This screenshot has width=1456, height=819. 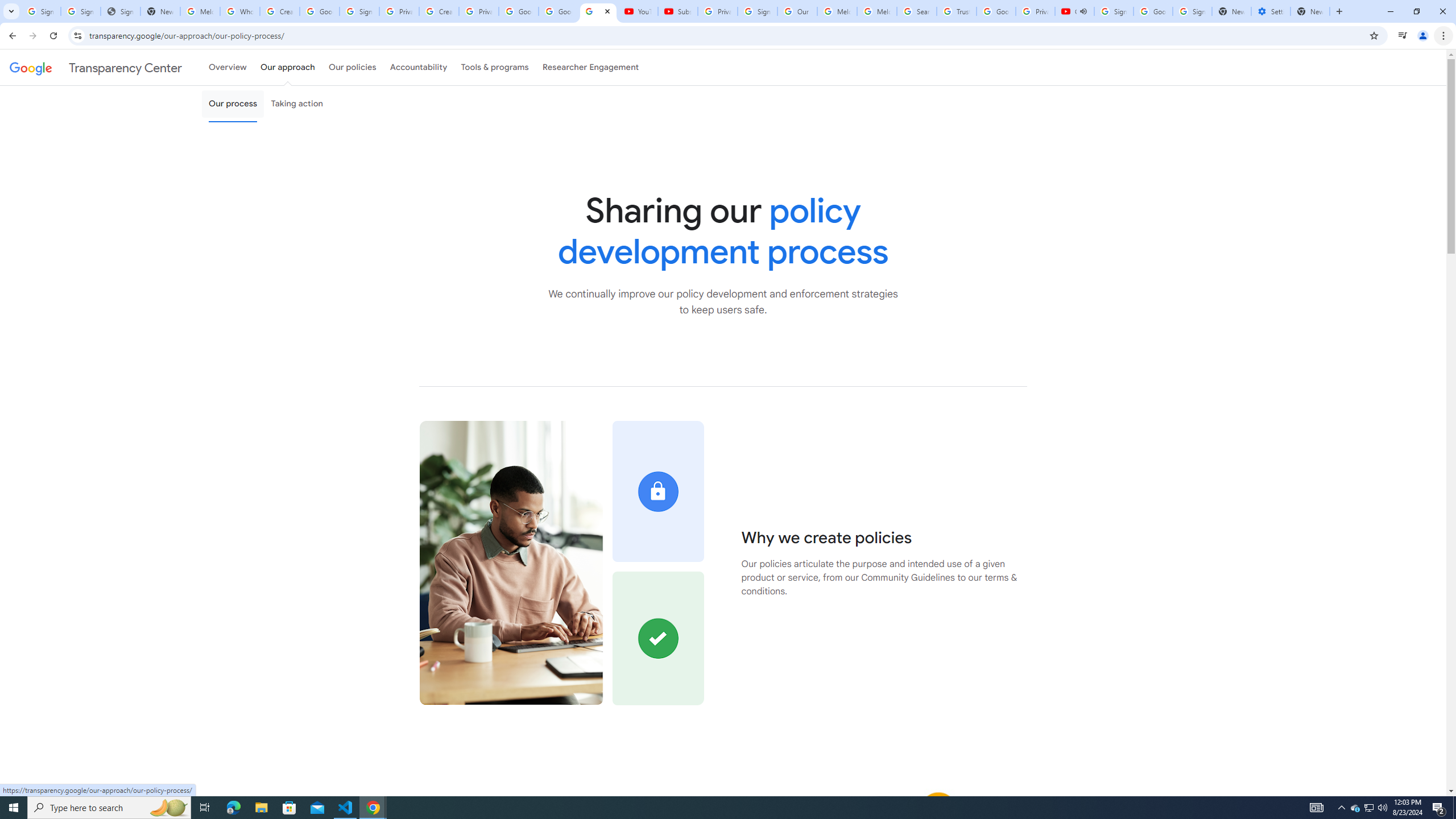 I want to click on 'Our approach', so click(x=287, y=67).